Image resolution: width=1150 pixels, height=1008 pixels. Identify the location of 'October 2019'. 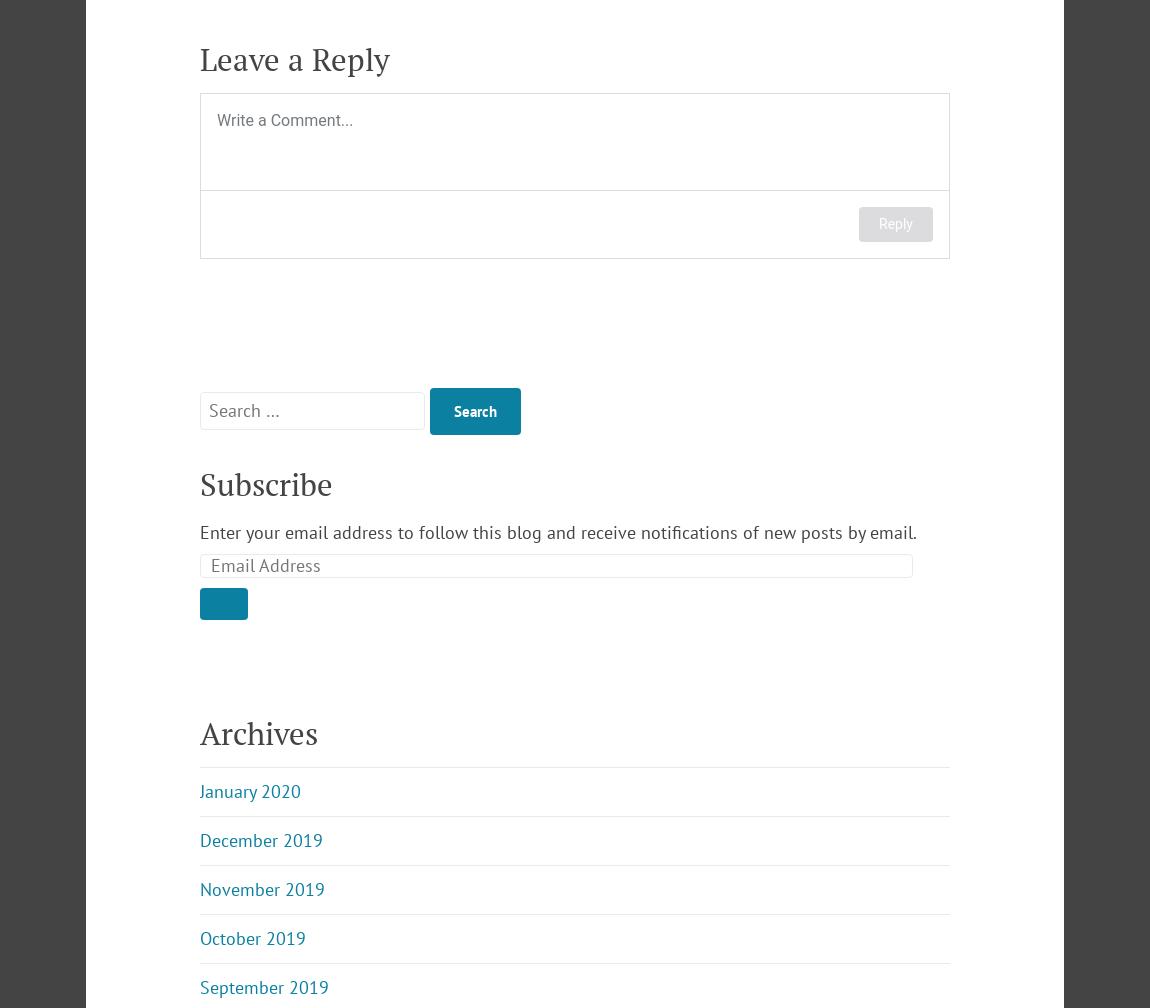
(252, 937).